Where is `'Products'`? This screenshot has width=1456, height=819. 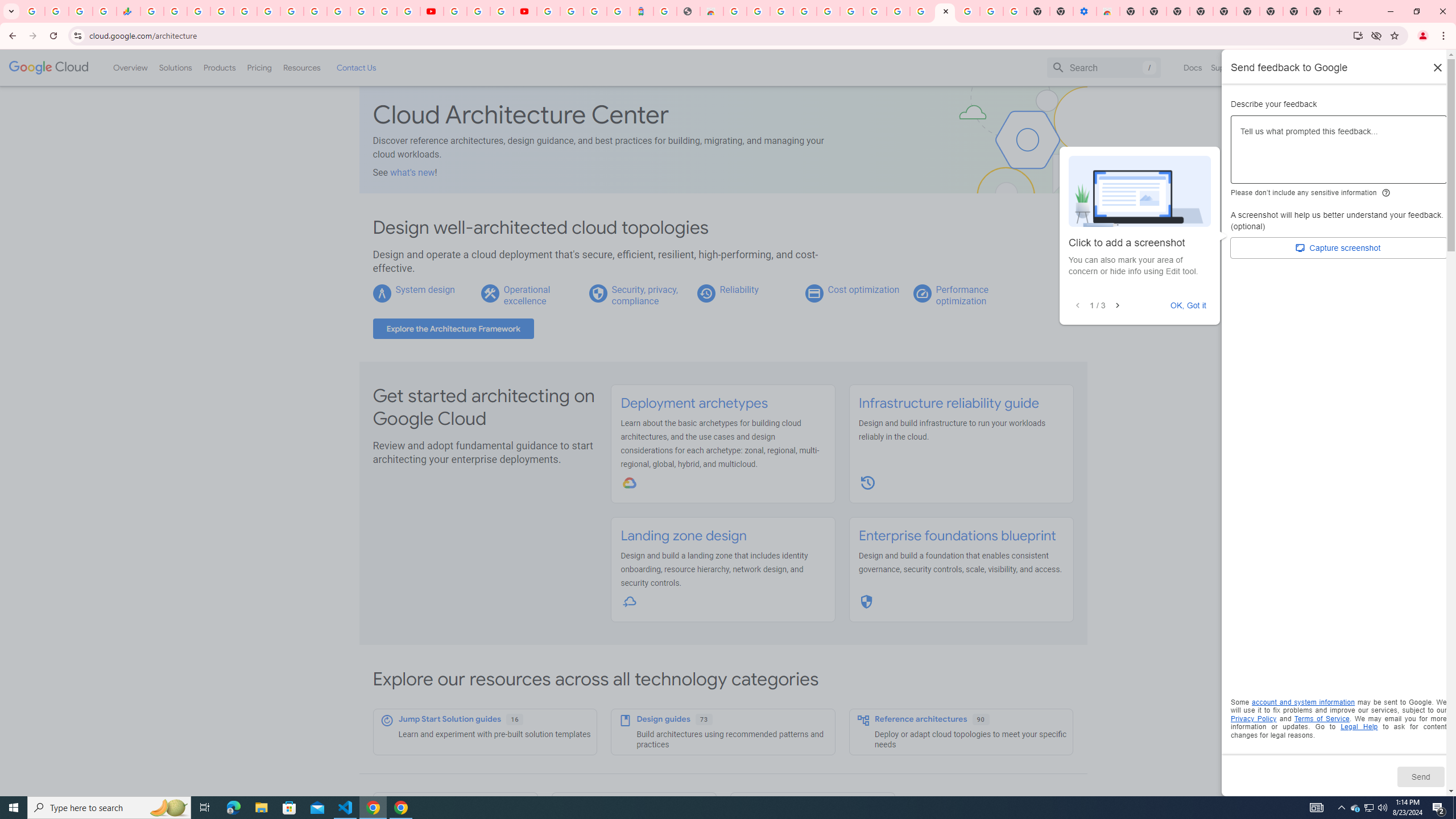
'Products' is located at coordinates (218, 67).